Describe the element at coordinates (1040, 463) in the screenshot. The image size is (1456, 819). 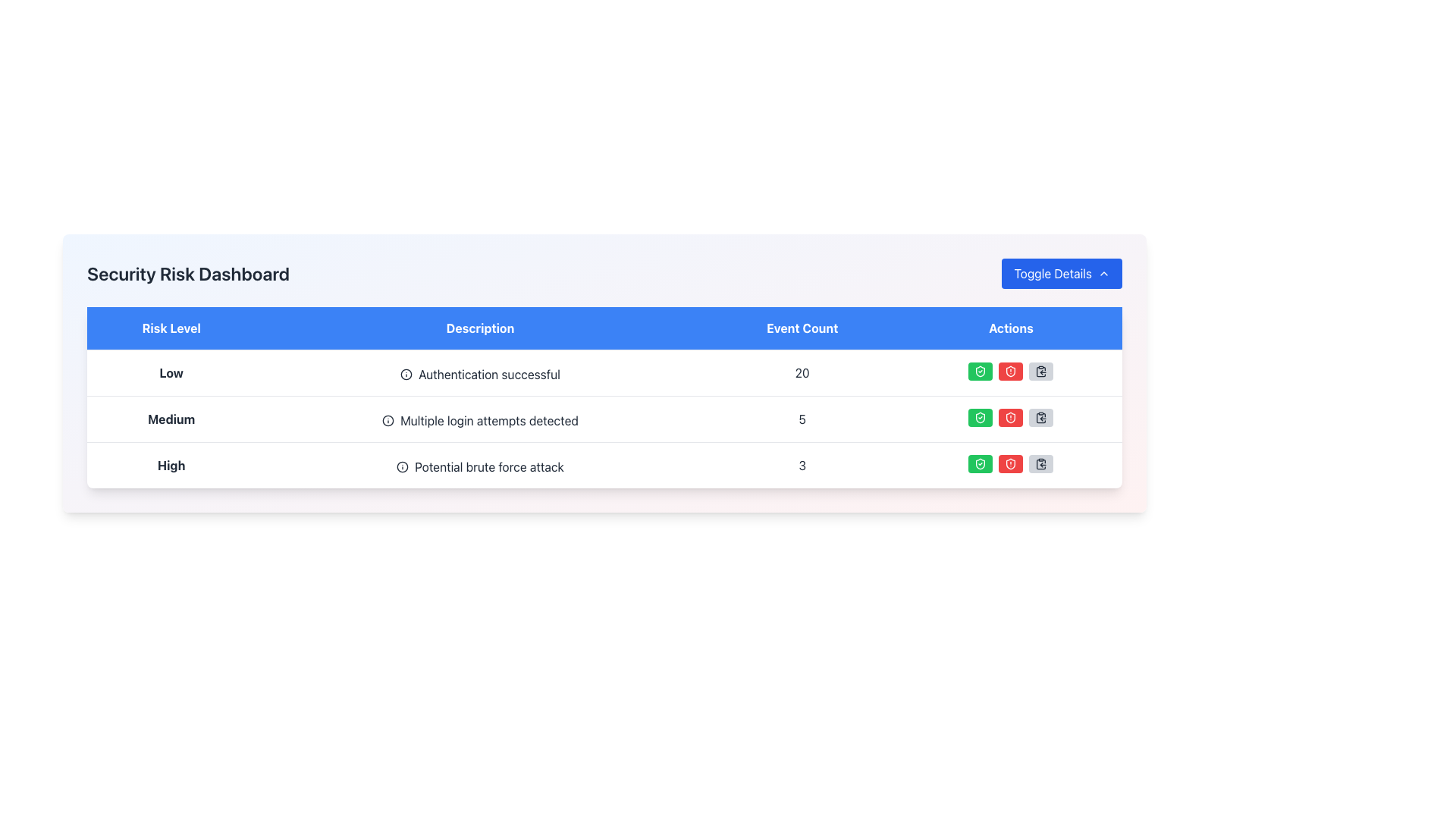
I see `the rounded rectangle button with a gray background and clipboard icon, located in the 'Actions' column as the last button for the 'High' risk level entry` at that location.